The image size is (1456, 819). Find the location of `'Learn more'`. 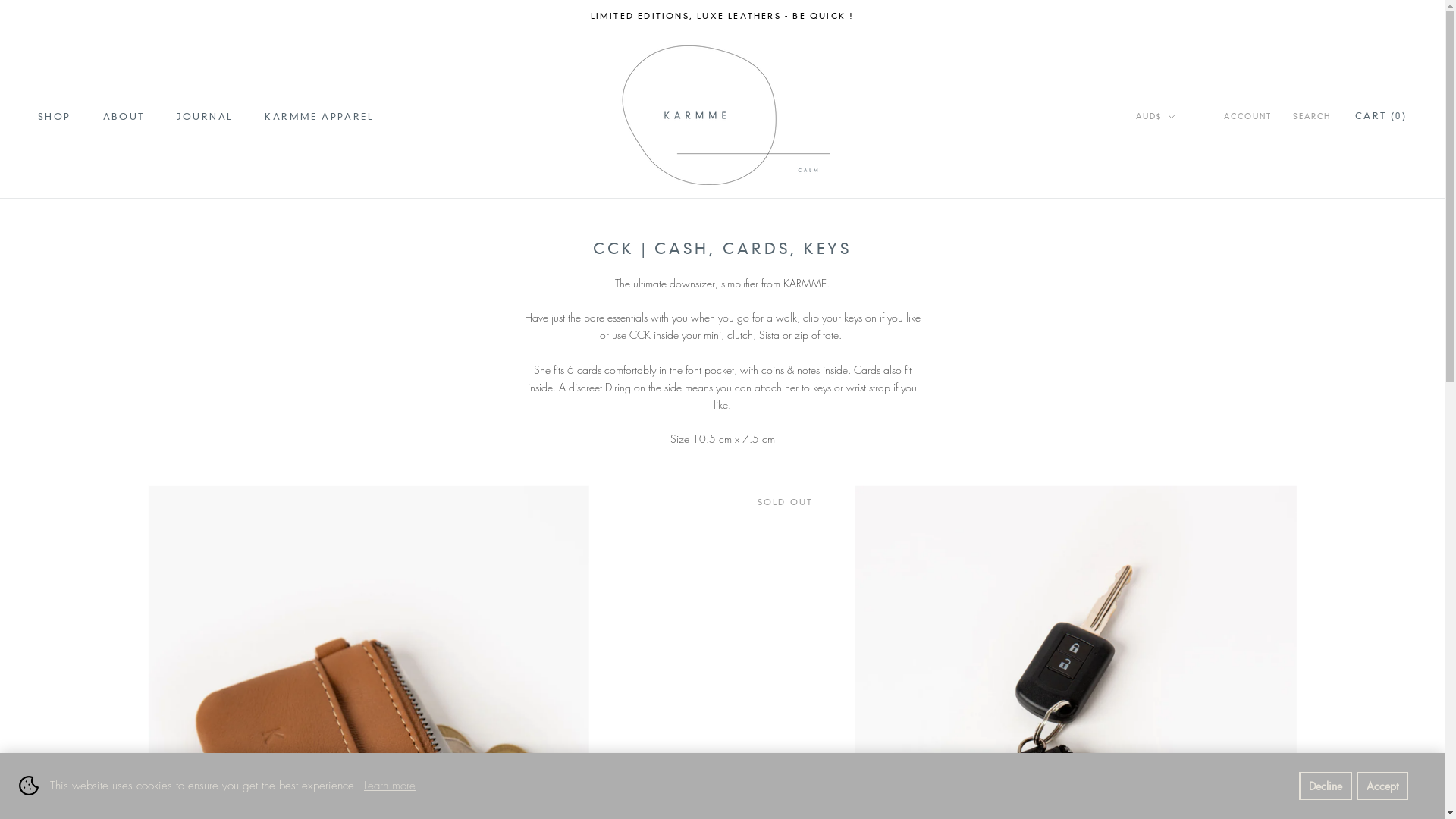

'Learn more' is located at coordinates (389, 785).